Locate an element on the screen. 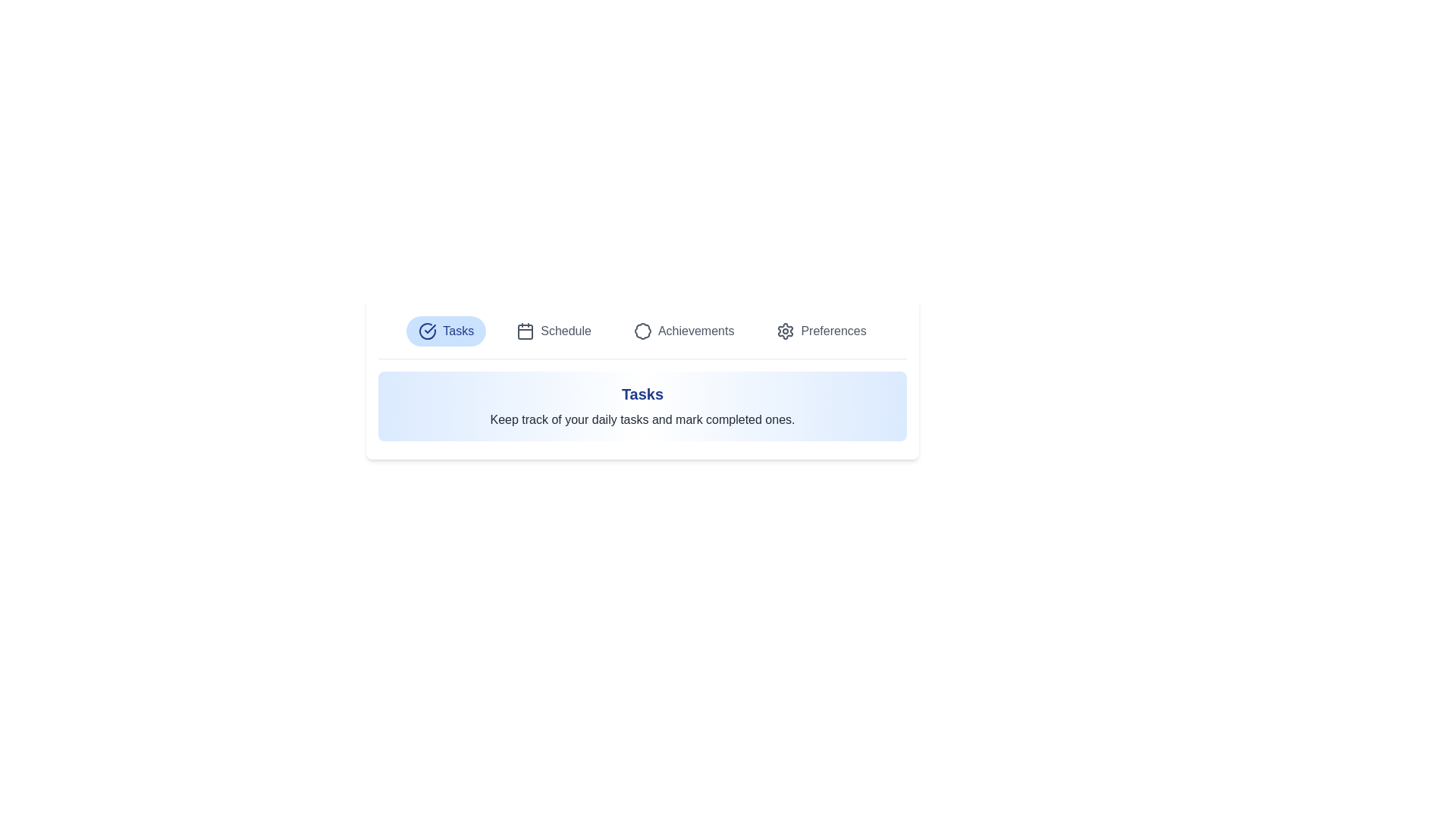 This screenshot has height=819, width=1456. the 'Achievements' button in the navigation menu is located at coordinates (683, 330).